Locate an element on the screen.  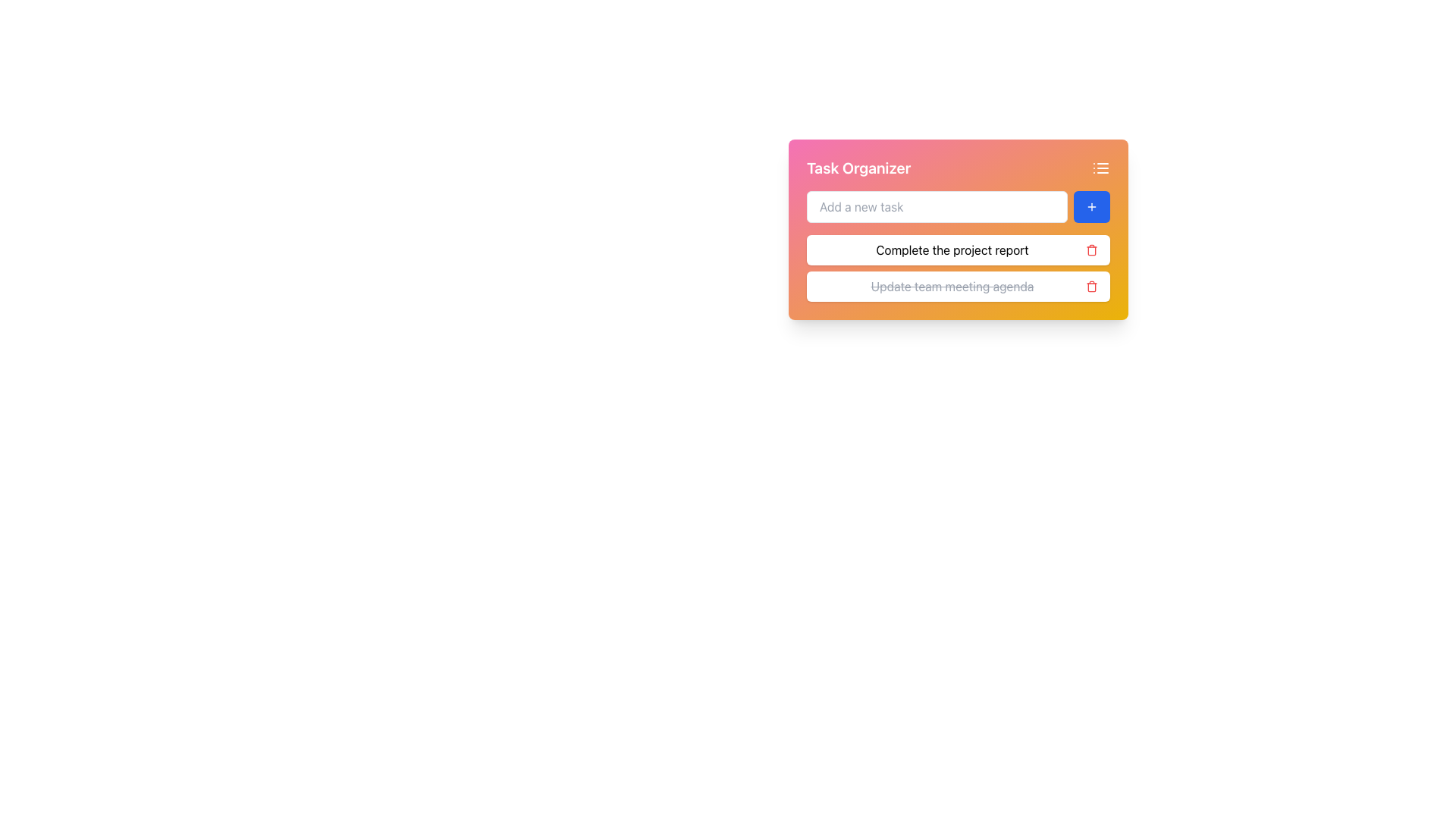
the text of the first task item in the to-do list is located at coordinates (957, 249).